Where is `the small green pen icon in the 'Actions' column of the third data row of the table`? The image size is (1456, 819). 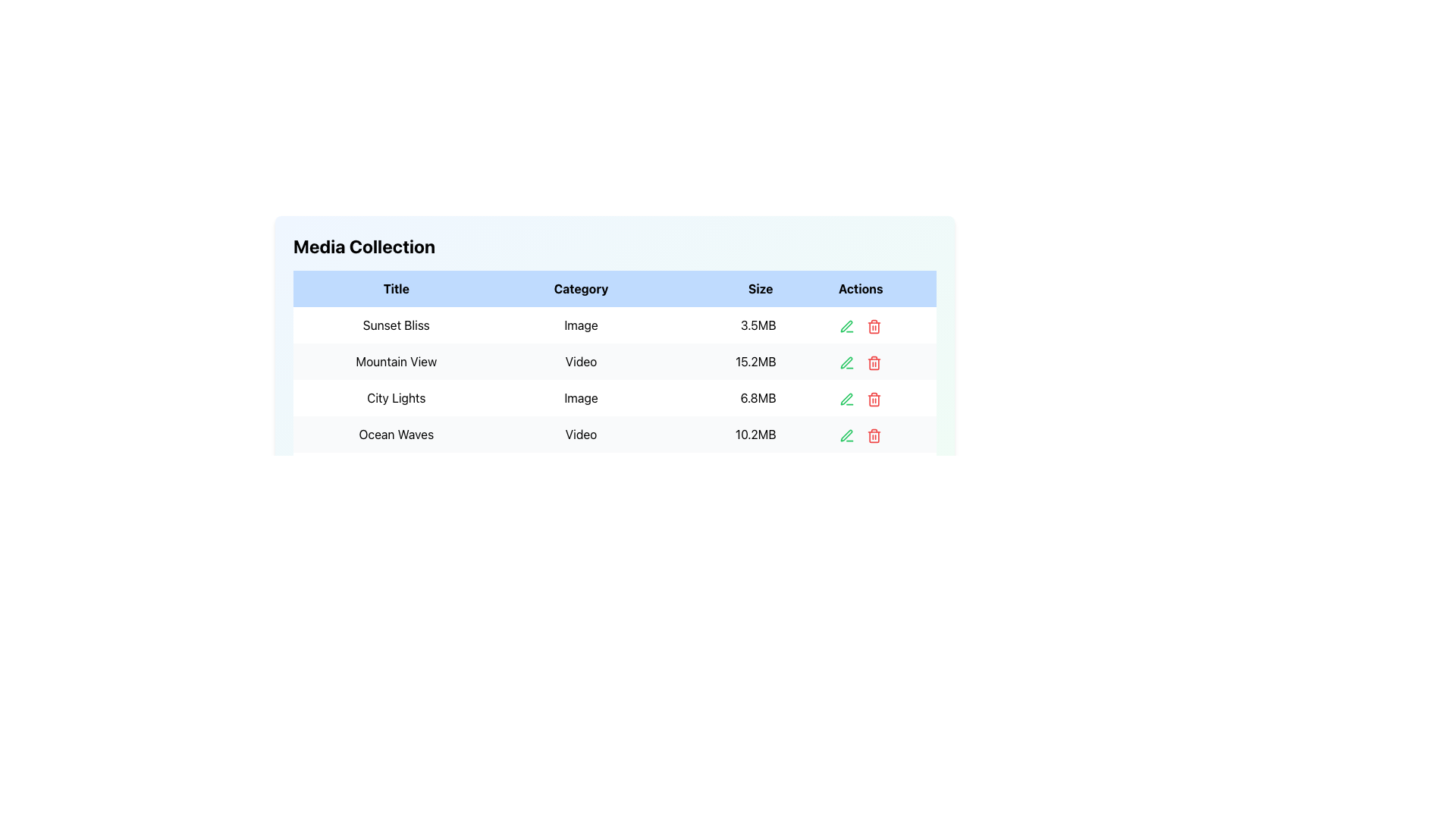 the small green pen icon in the 'Actions' column of the third data row of the table is located at coordinates (846, 398).